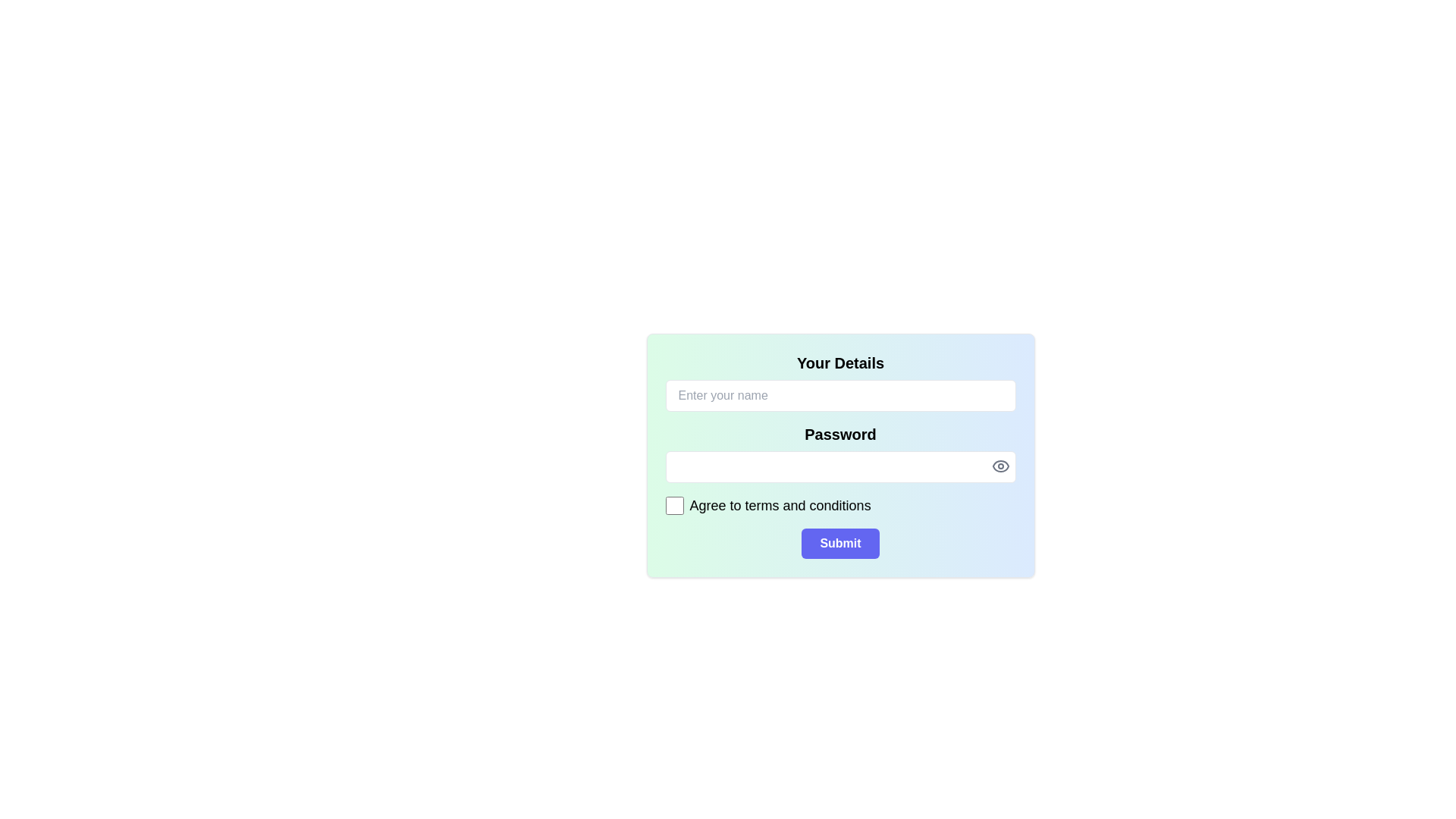 The image size is (1456, 819). What do you see at coordinates (839, 543) in the screenshot?
I see `the submit button located below the 'Agree to terms and conditions' checkbox` at bounding box center [839, 543].